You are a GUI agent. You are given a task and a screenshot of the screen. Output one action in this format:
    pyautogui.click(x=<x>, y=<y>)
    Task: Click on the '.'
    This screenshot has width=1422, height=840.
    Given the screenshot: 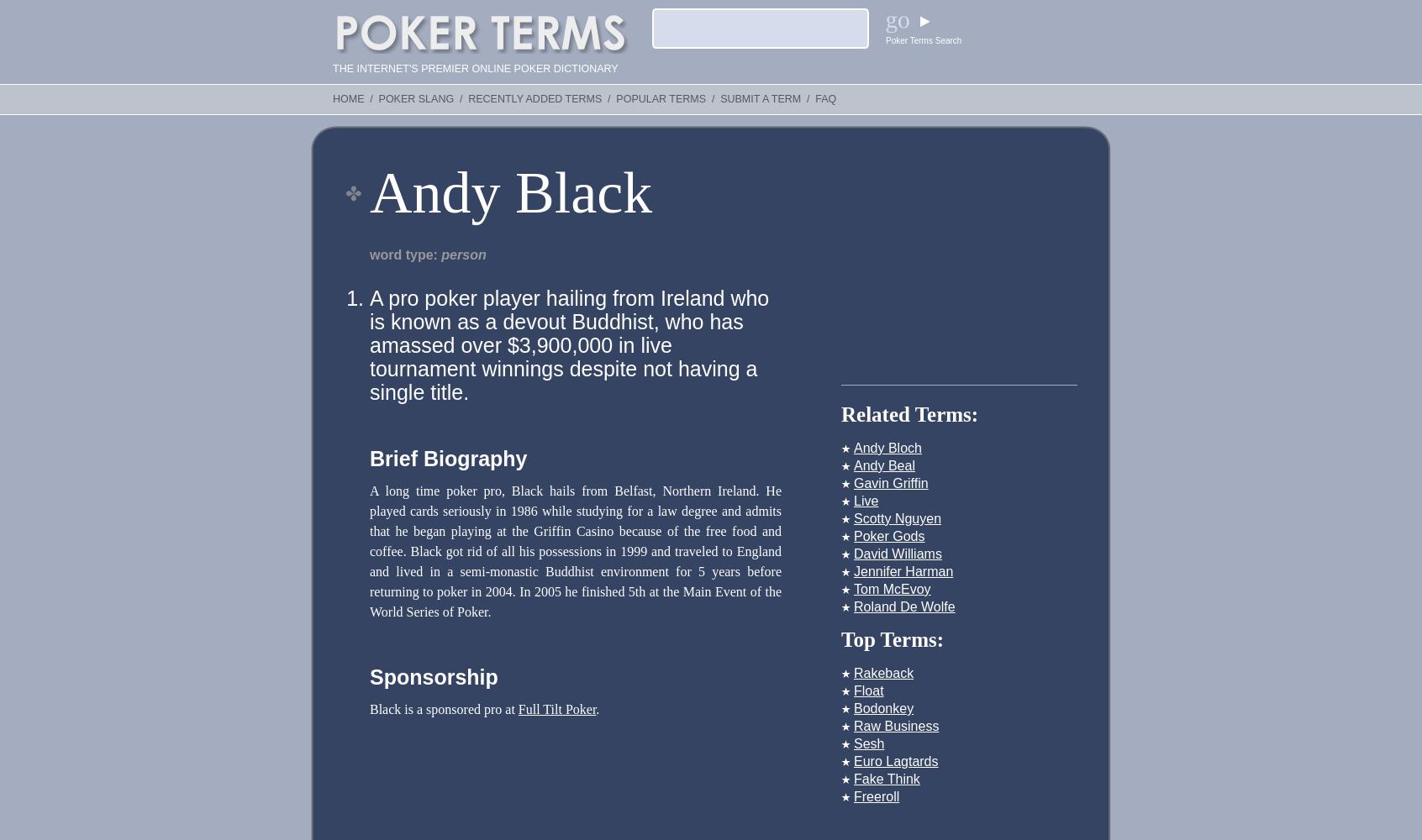 What is the action you would take?
    pyautogui.click(x=594, y=708)
    